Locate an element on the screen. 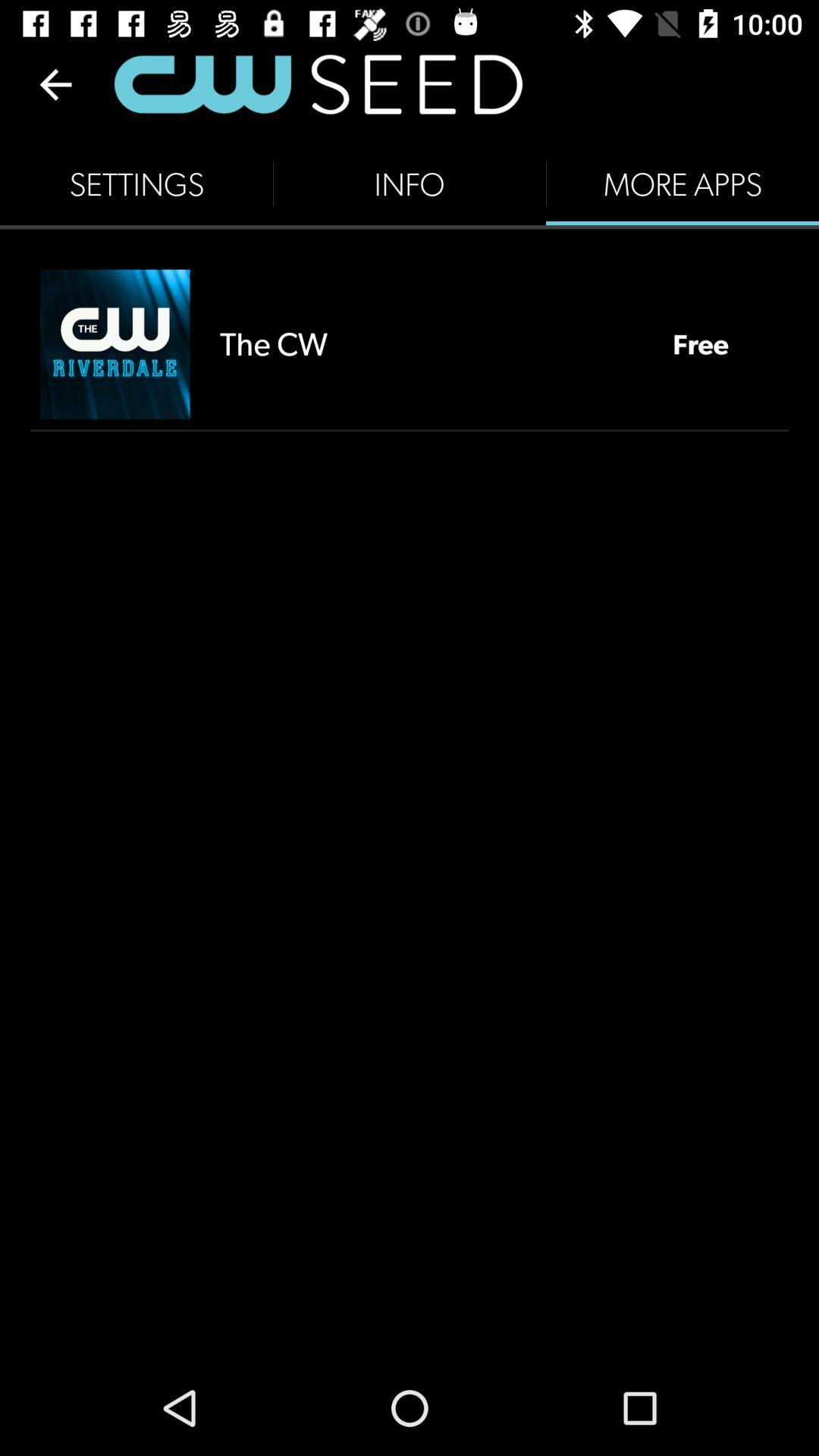 Image resolution: width=819 pixels, height=1456 pixels. settings icon is located at coordinates (136, 184).